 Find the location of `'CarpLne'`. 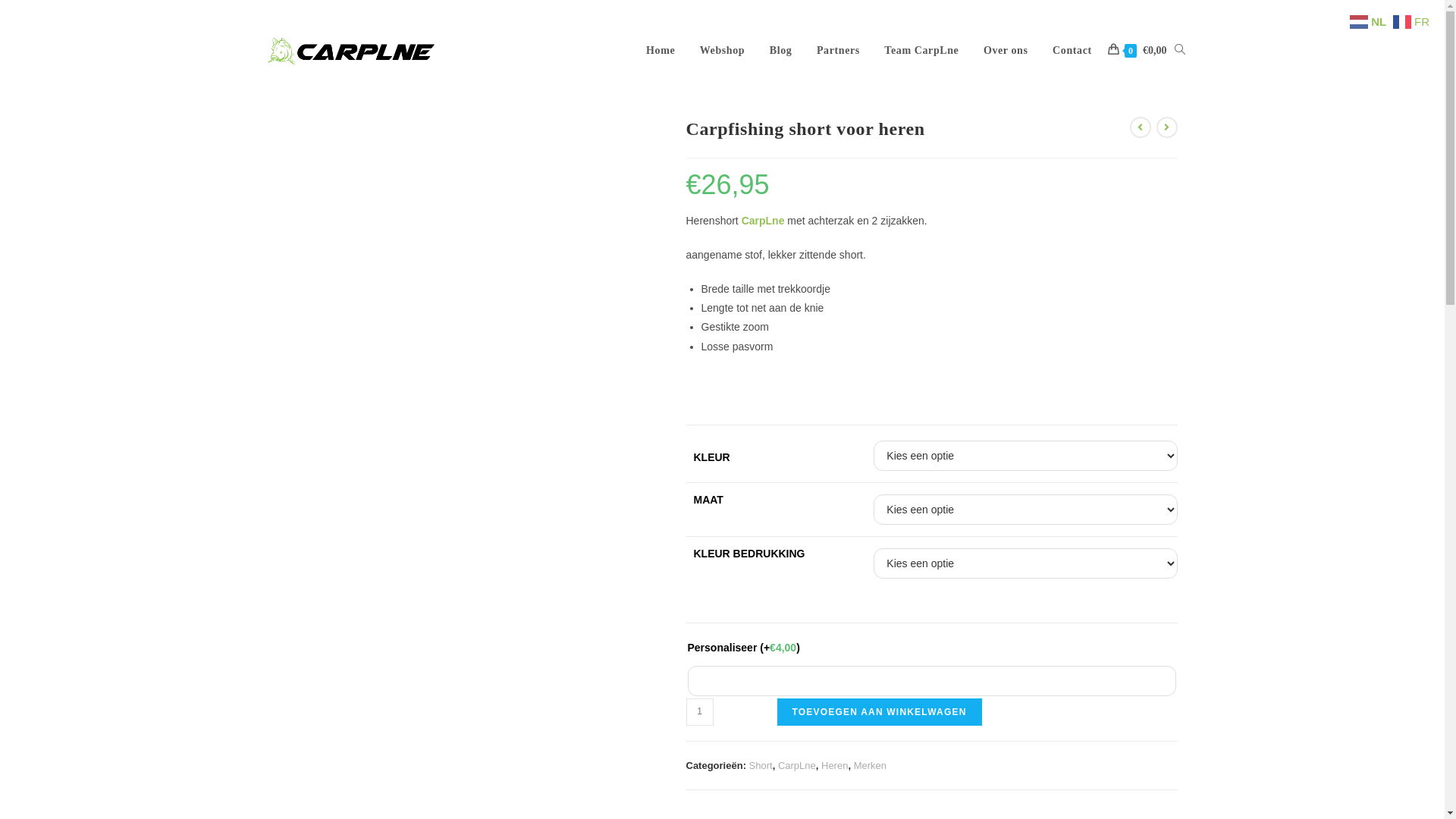

'CarpLne' is located at coordinates (763, 220).